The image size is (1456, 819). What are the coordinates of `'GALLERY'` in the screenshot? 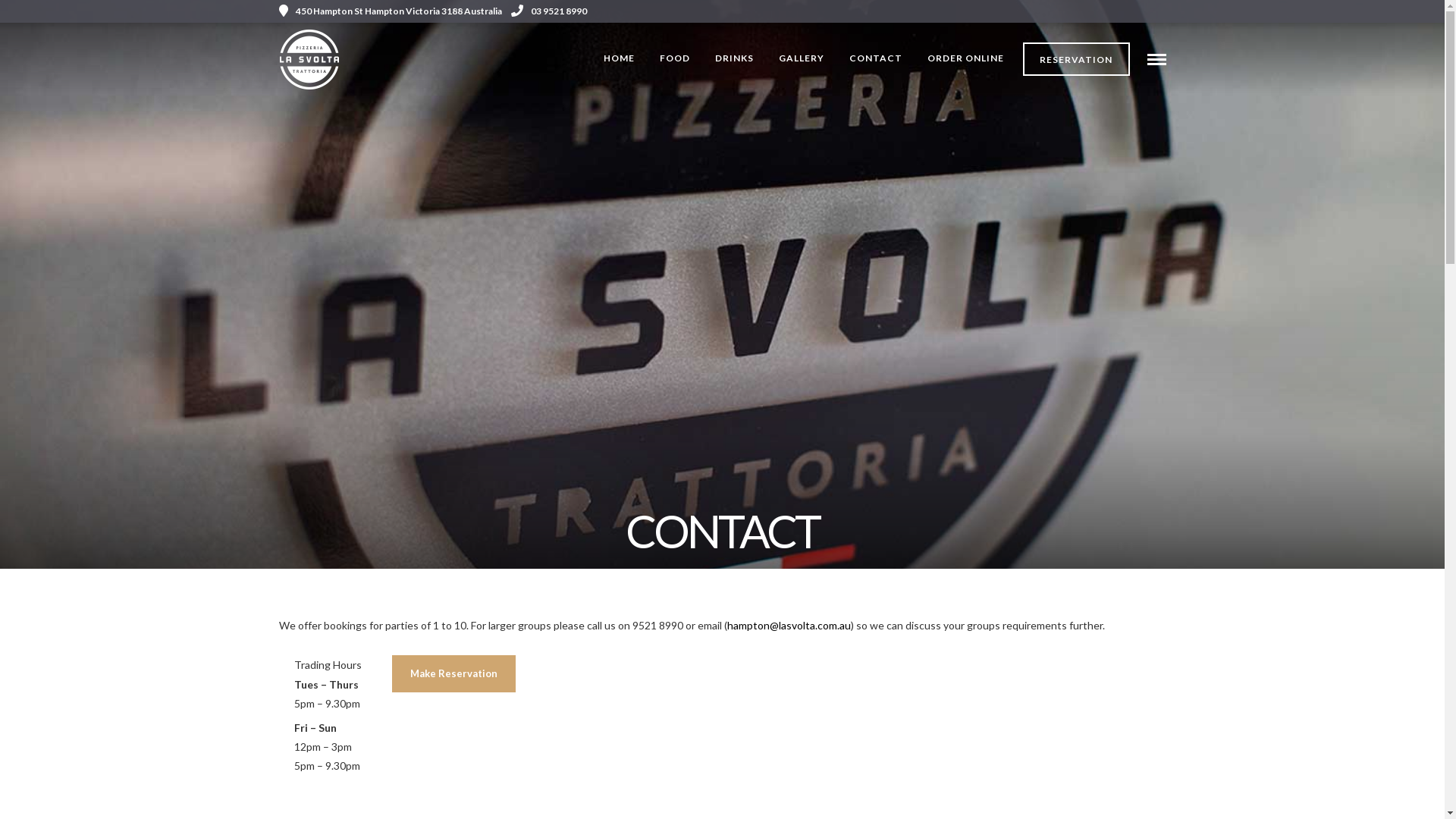 It's located at (767, 58).